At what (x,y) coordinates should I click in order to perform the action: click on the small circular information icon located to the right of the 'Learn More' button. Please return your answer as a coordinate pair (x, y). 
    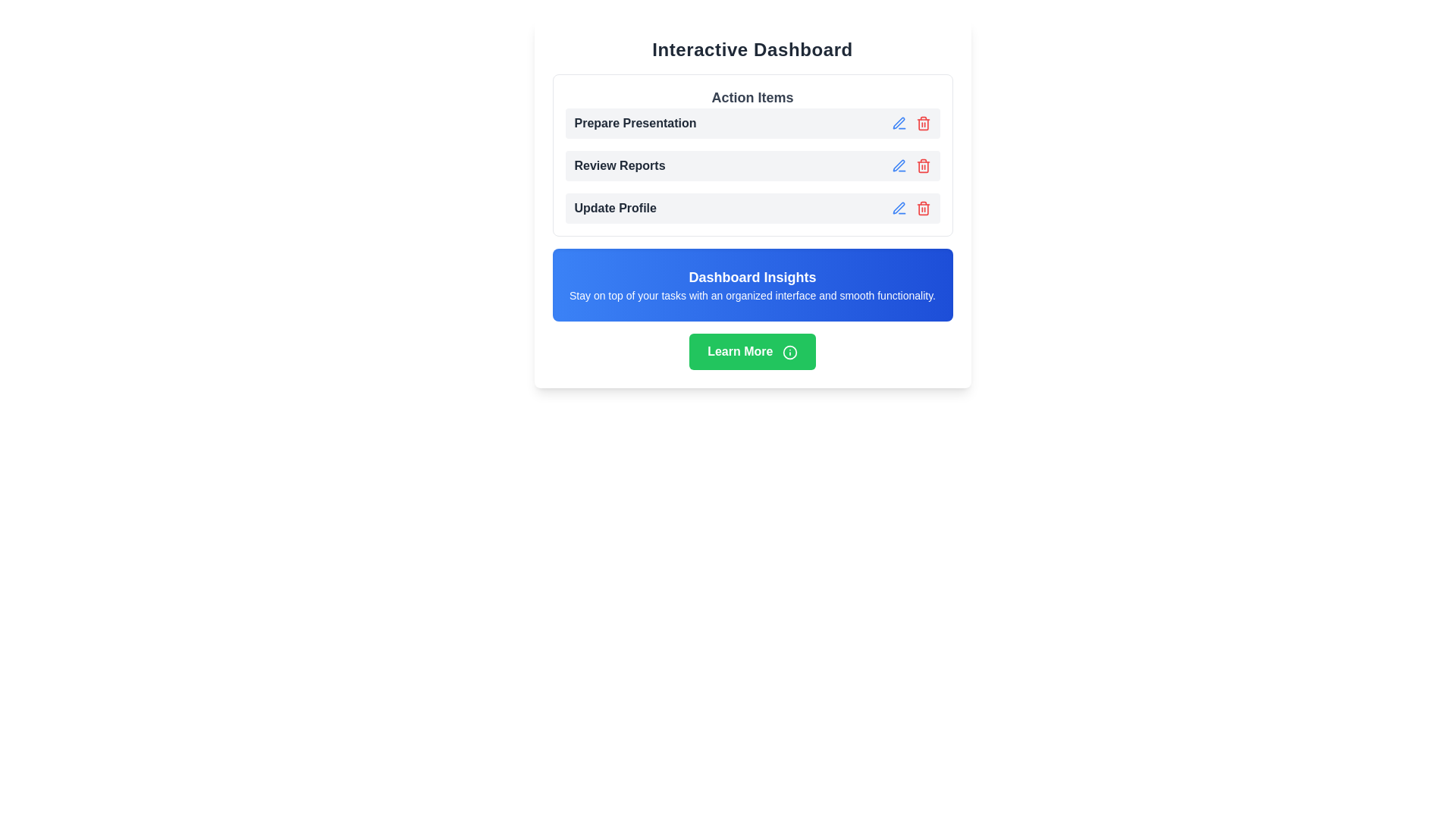
    Looking at the image, I should click on (789, 352).